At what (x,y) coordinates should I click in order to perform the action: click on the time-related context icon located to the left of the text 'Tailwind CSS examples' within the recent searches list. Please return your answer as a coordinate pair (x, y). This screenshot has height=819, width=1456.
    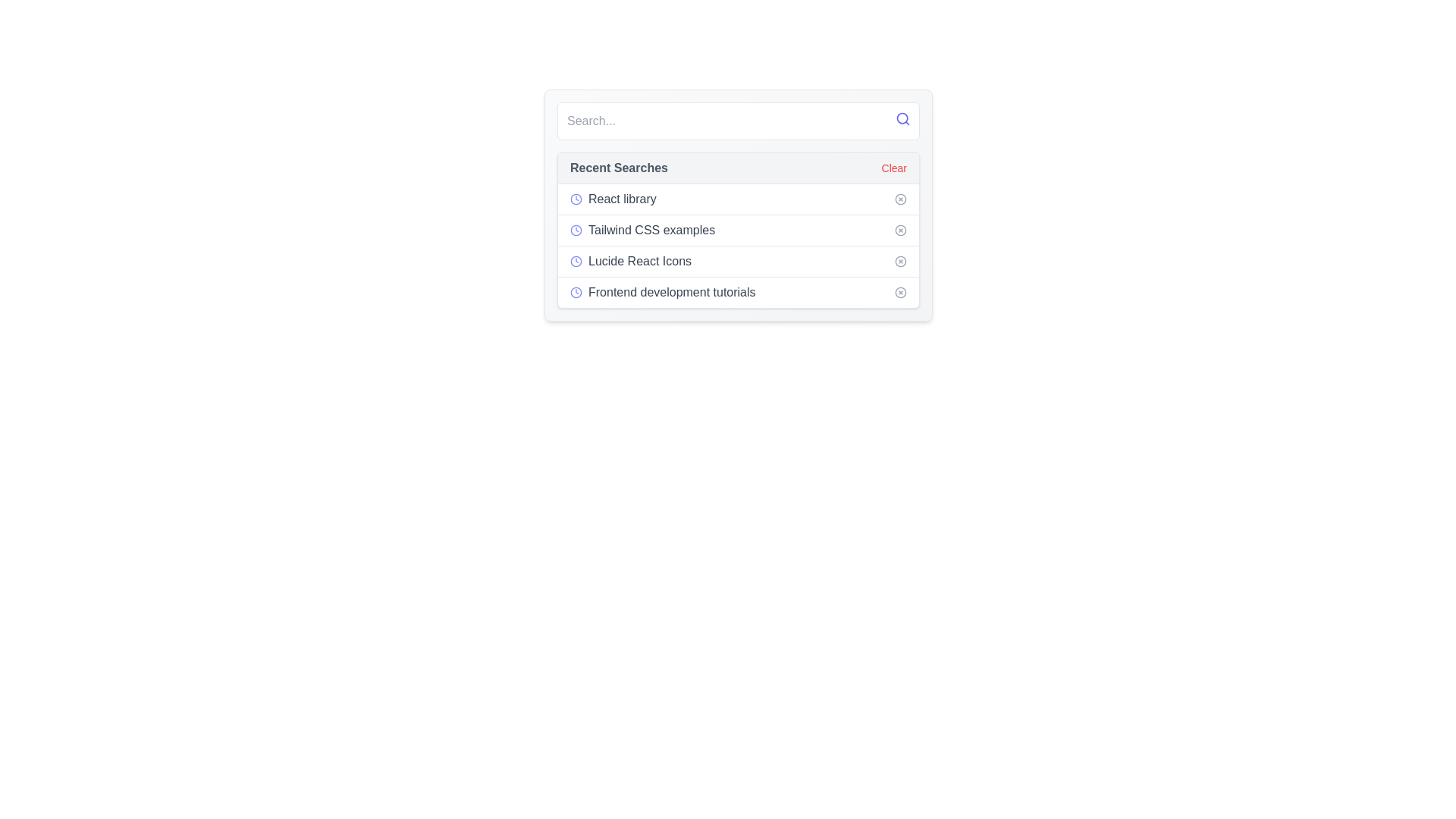
    Looking at the image, I should click on (575, 231).